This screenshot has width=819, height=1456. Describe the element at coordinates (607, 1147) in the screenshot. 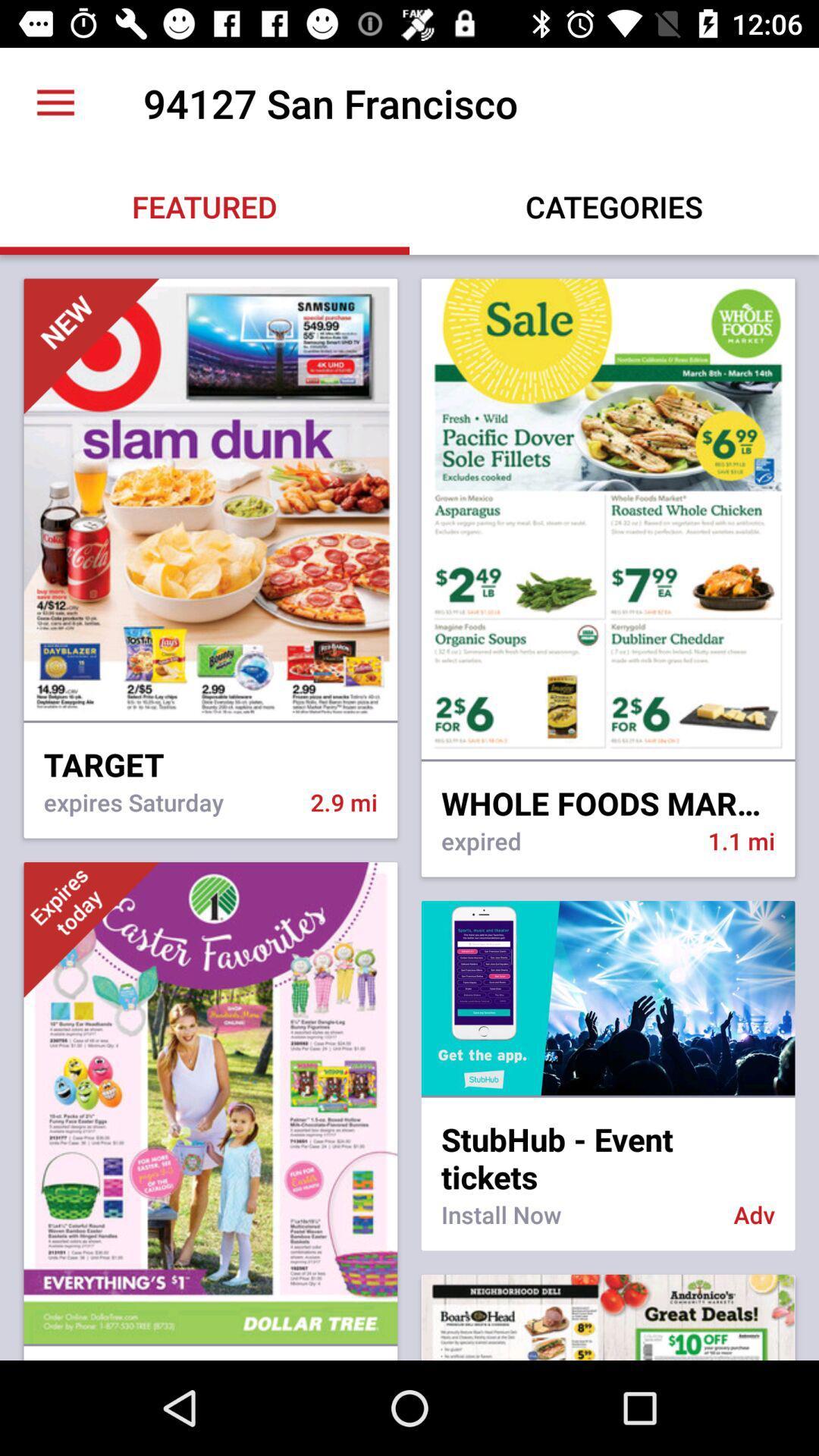

I see `stubhub - event tickets item` at that location.